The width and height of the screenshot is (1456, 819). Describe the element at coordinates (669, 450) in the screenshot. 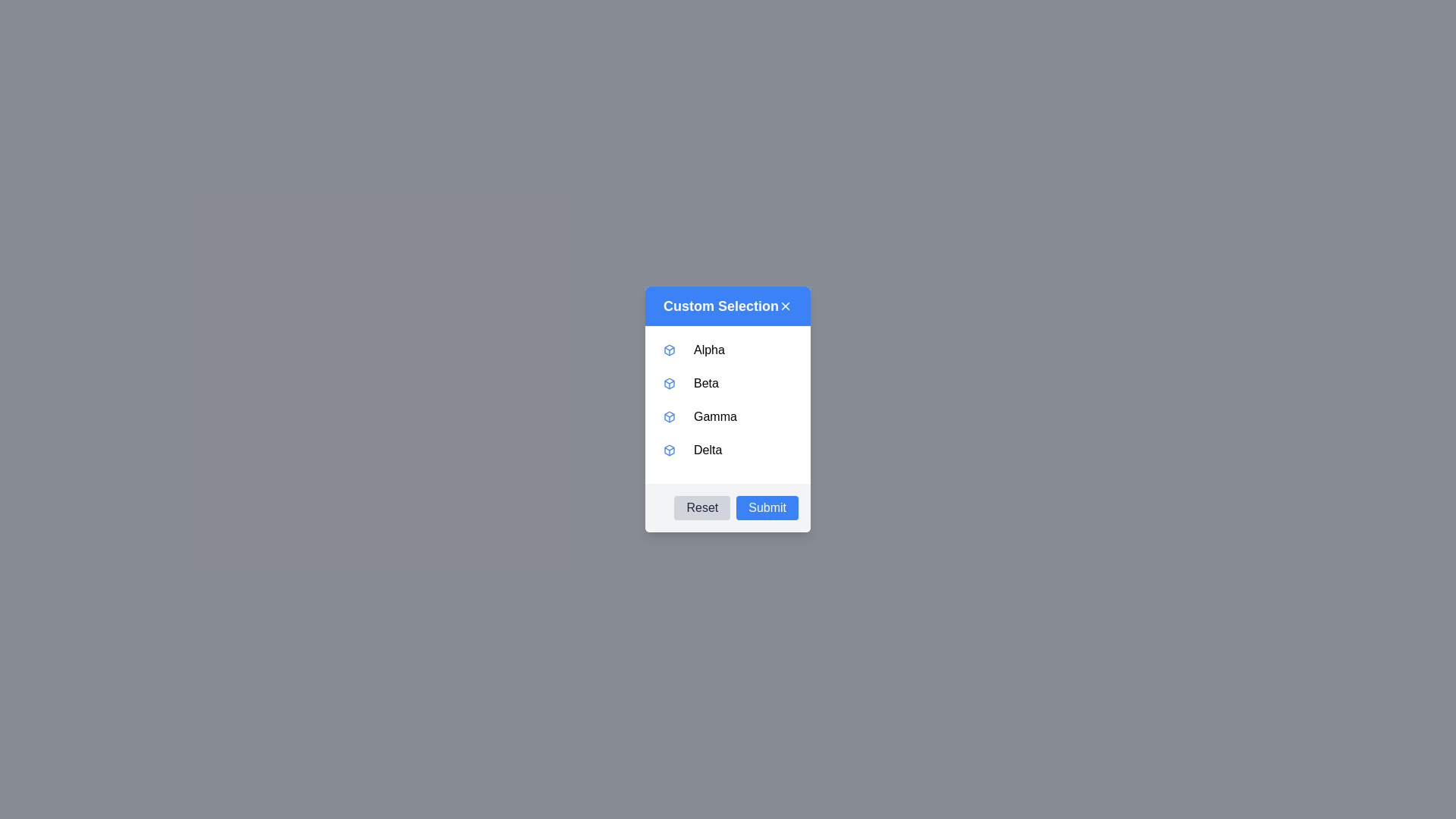

I see `the blue outlined box icon adjacent to the label 'Delta' in the vertical list` at that location.